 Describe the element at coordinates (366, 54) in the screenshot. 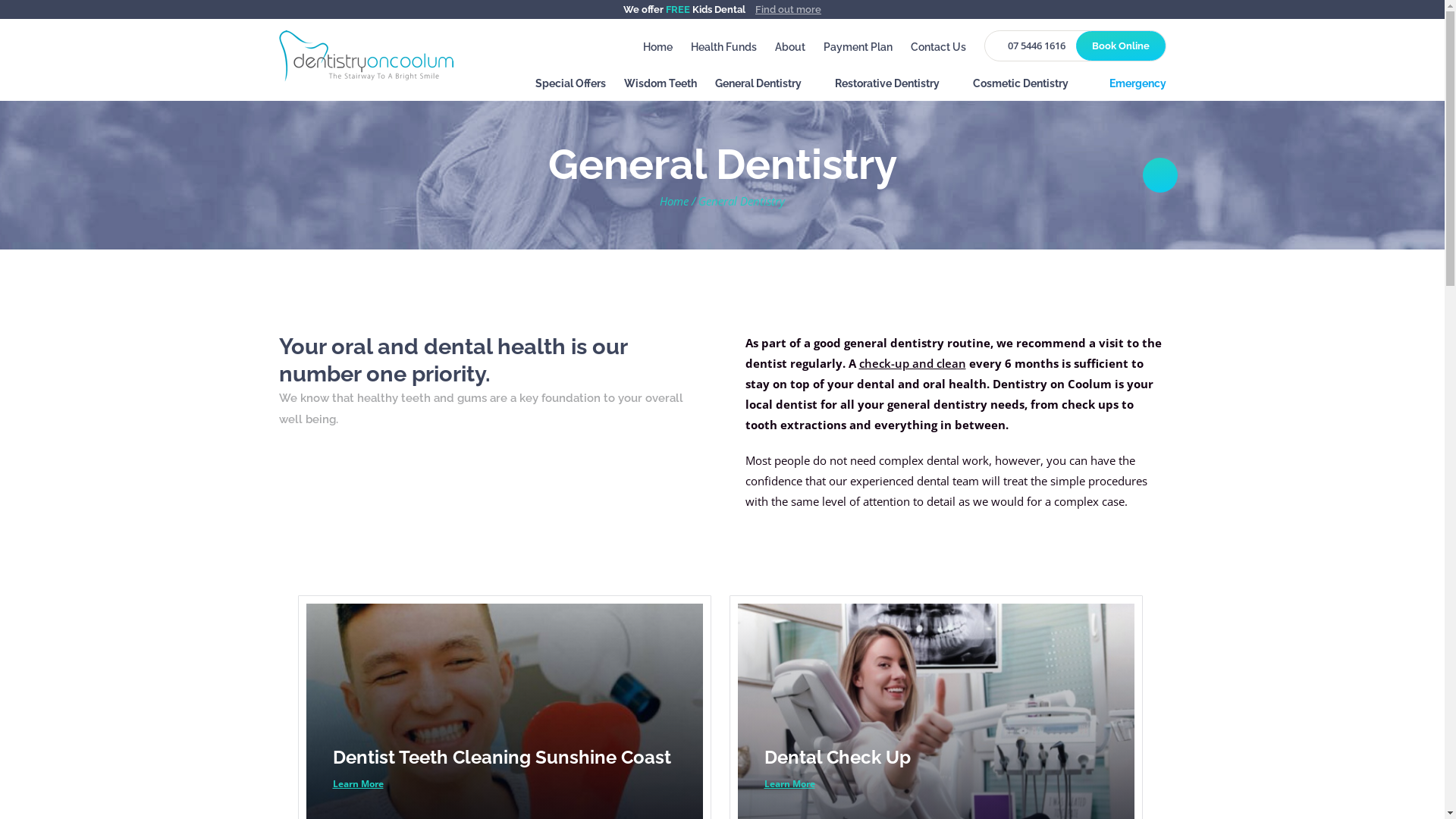

I see `'Dentistry on Coolum'` at that location.